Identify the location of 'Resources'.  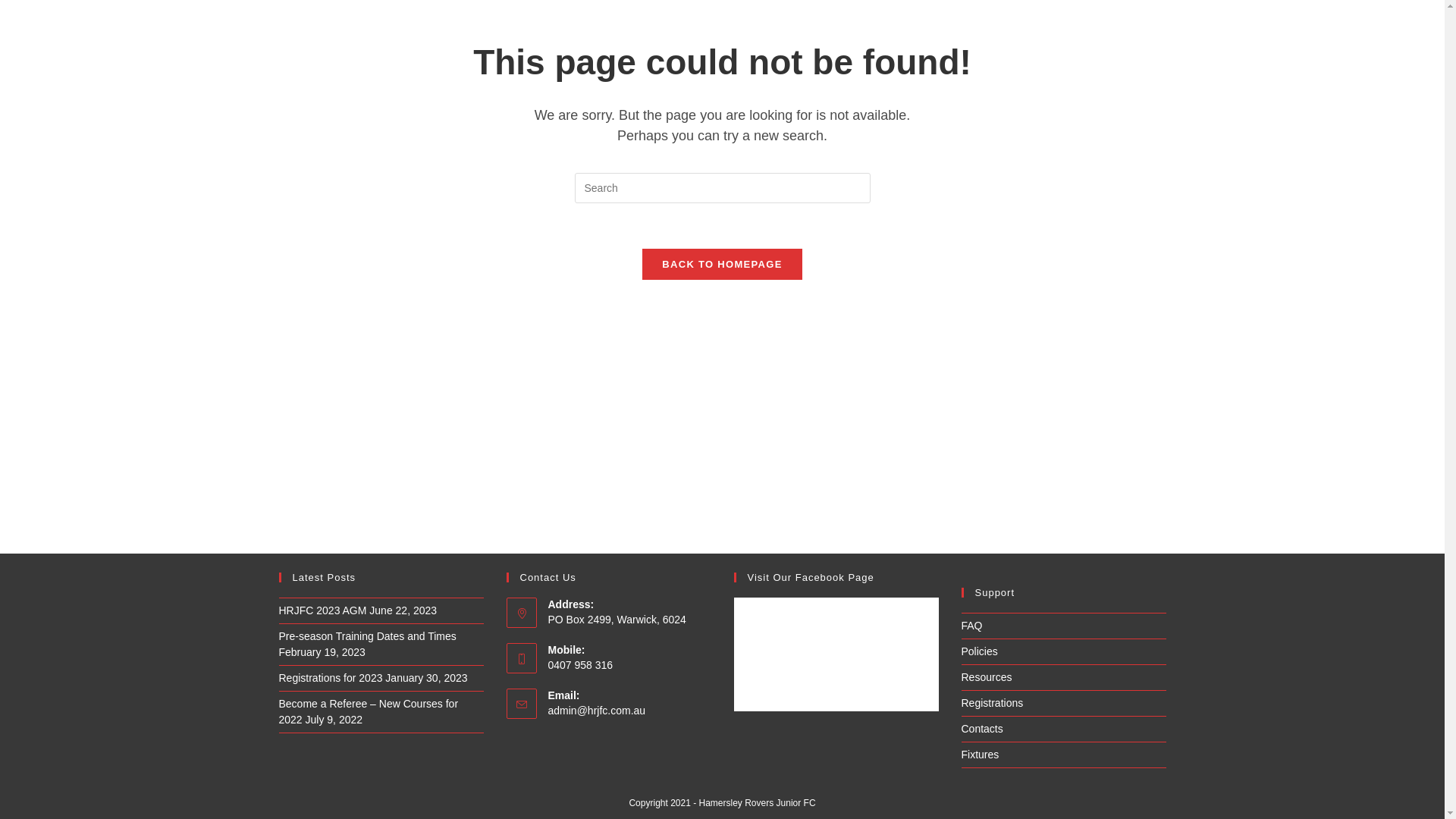
(987, 676).